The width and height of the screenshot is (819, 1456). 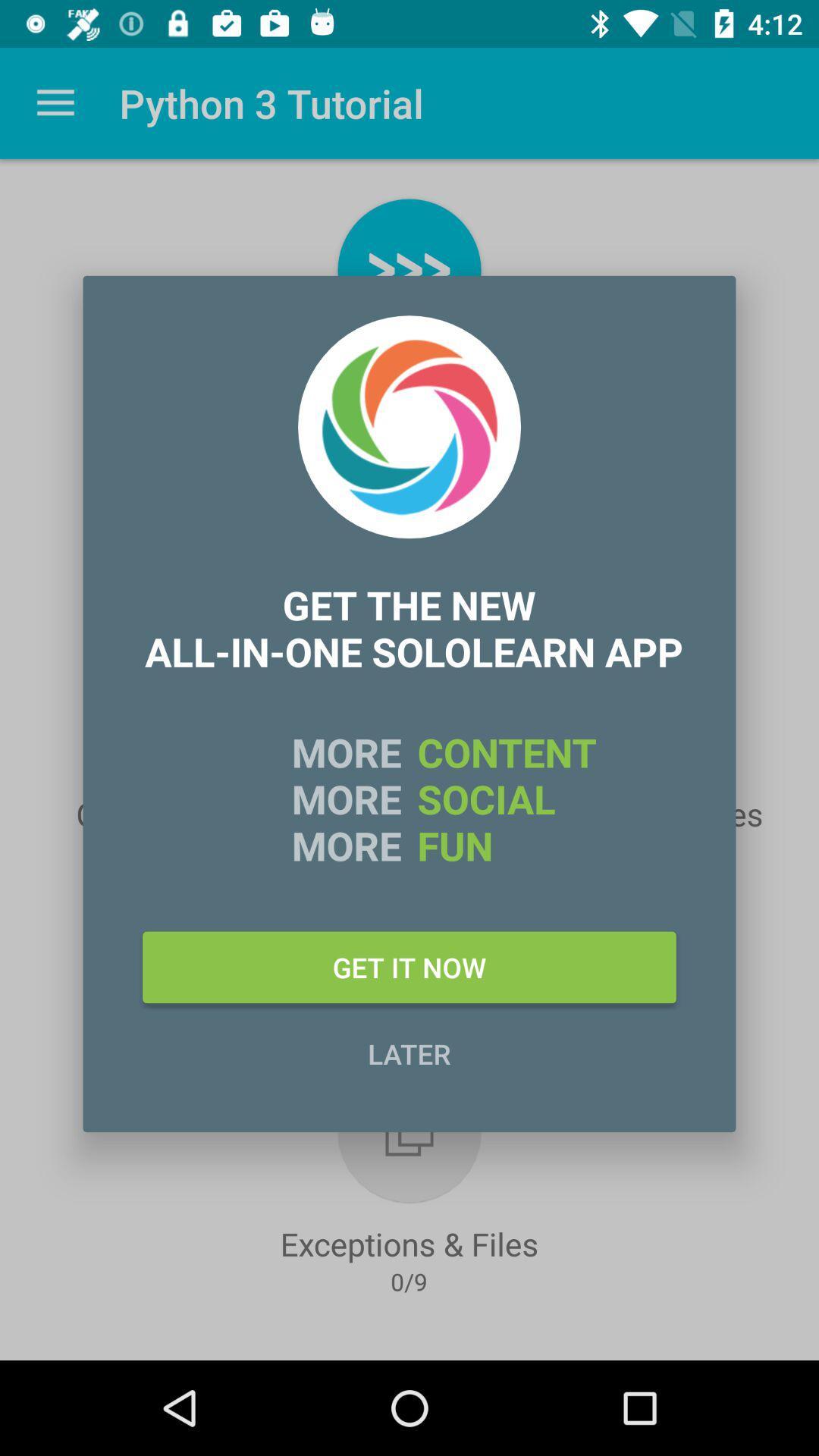 I want to click on the icon at the bottom, so click(x=409, y=1053).